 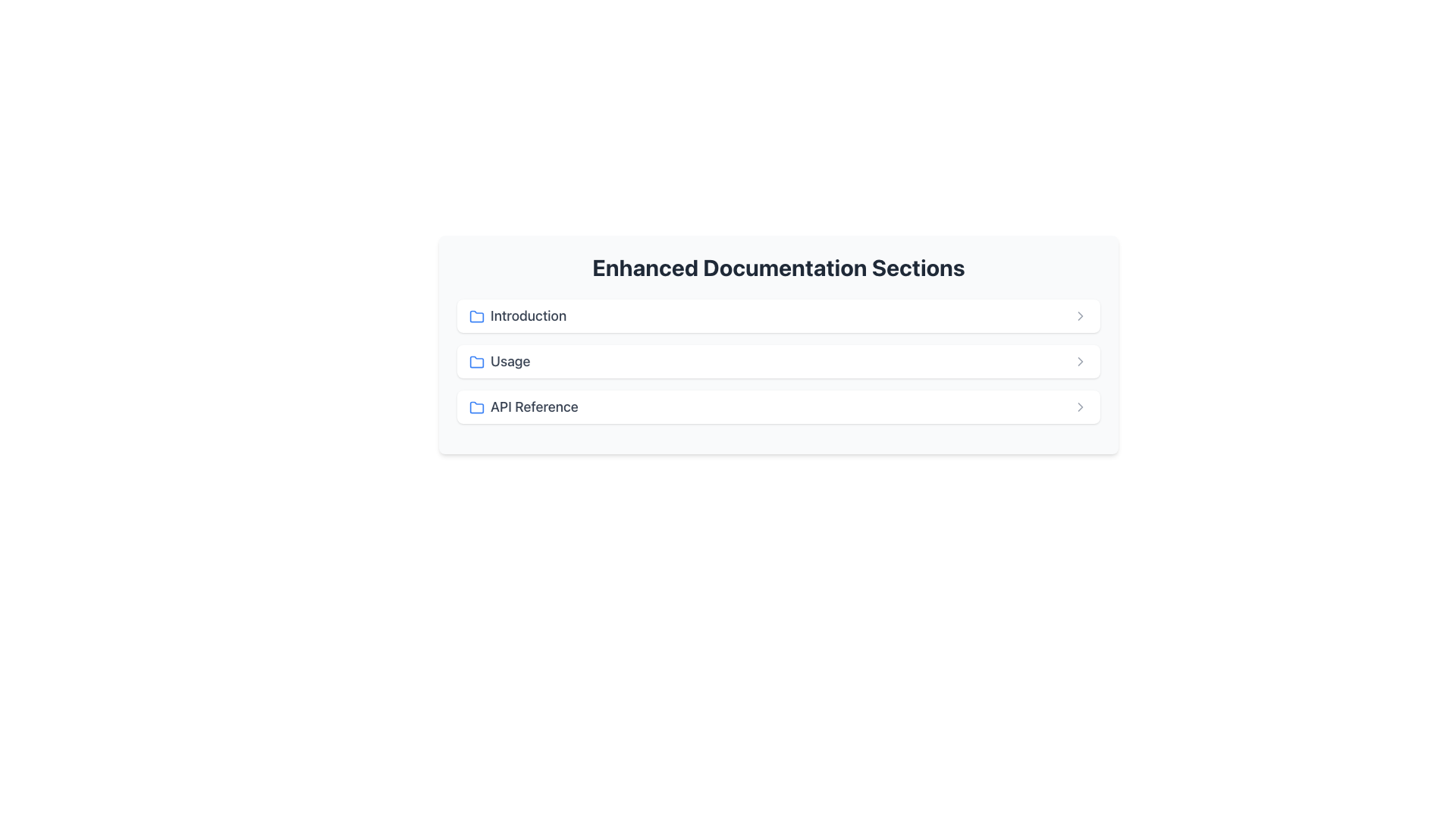 What do you see at coordinates (475, 315) in the screenshot?
I see `the 'Introduction' section icon, which is located to the left of the text 'Introduction' in the first row of the list under 'Enhanced Documentation Sections'` at bounding box center [475, 315].